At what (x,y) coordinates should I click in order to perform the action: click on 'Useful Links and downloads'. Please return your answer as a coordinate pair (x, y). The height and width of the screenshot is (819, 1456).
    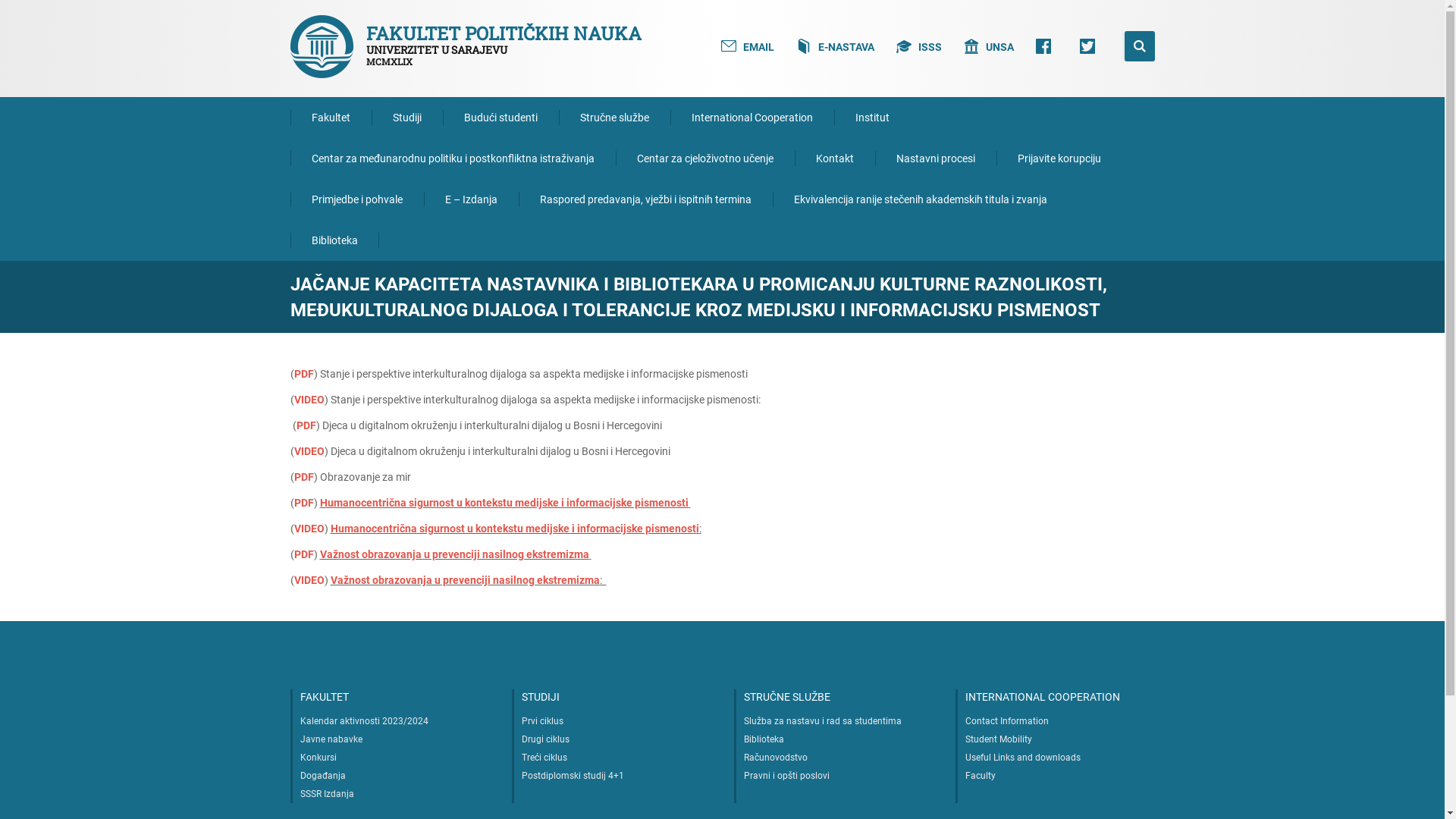
    Looking at the image, I should click on (1022, 758).